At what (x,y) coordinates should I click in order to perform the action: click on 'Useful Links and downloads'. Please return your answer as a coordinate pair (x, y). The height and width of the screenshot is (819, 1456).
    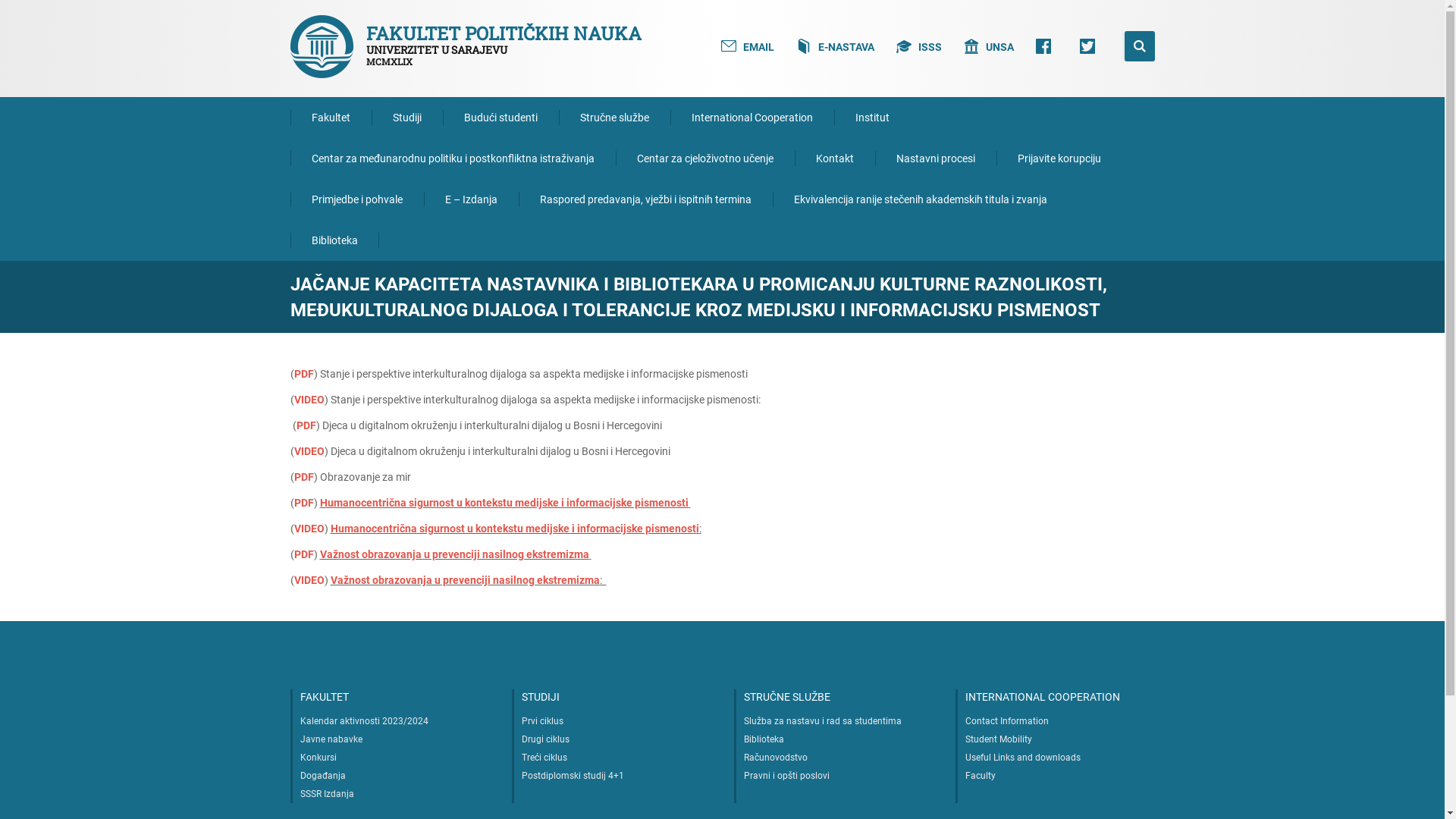
    Looking at the image, I should click on (1022, 758).